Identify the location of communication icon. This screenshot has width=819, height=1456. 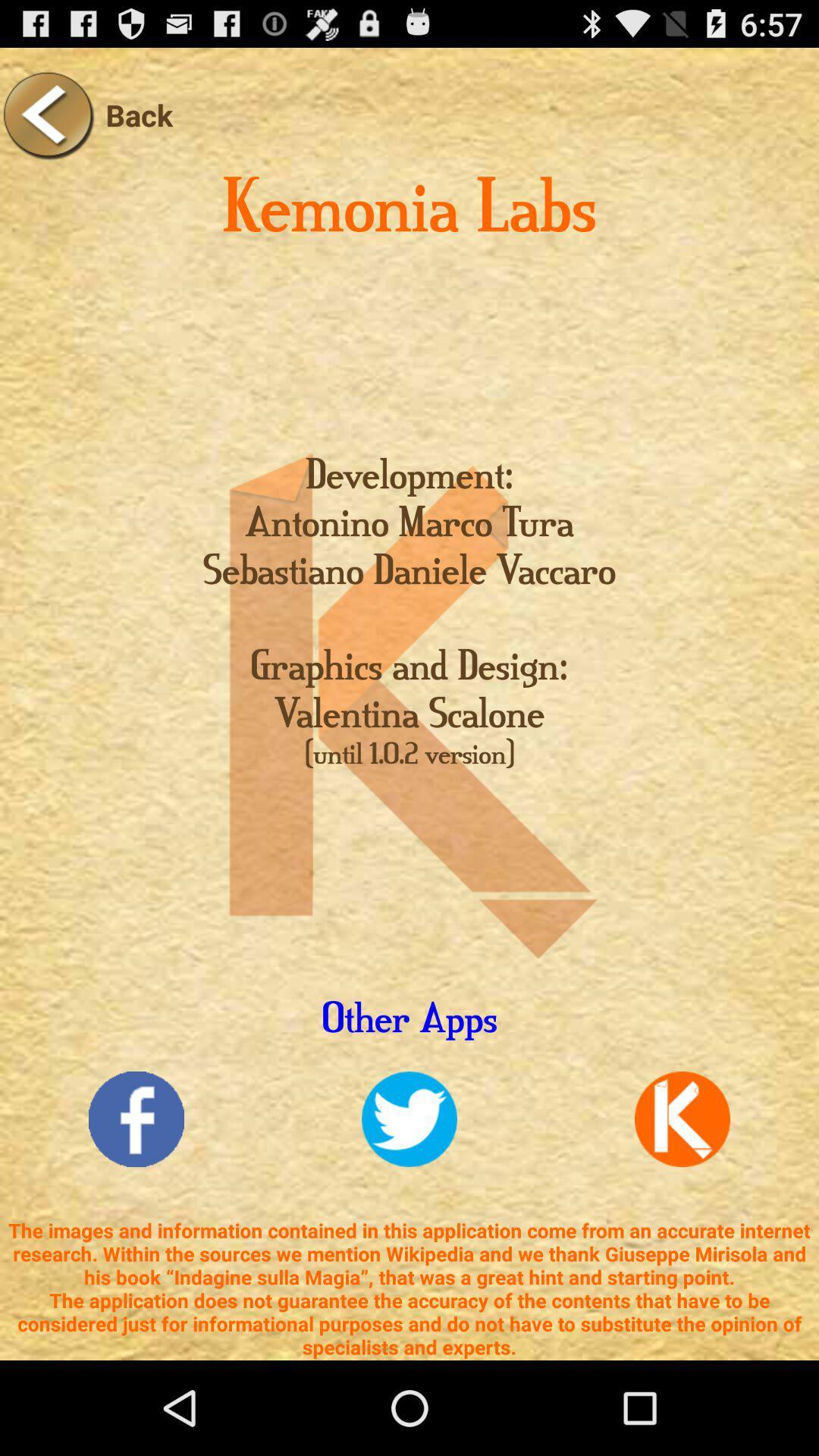
(681, 1119).